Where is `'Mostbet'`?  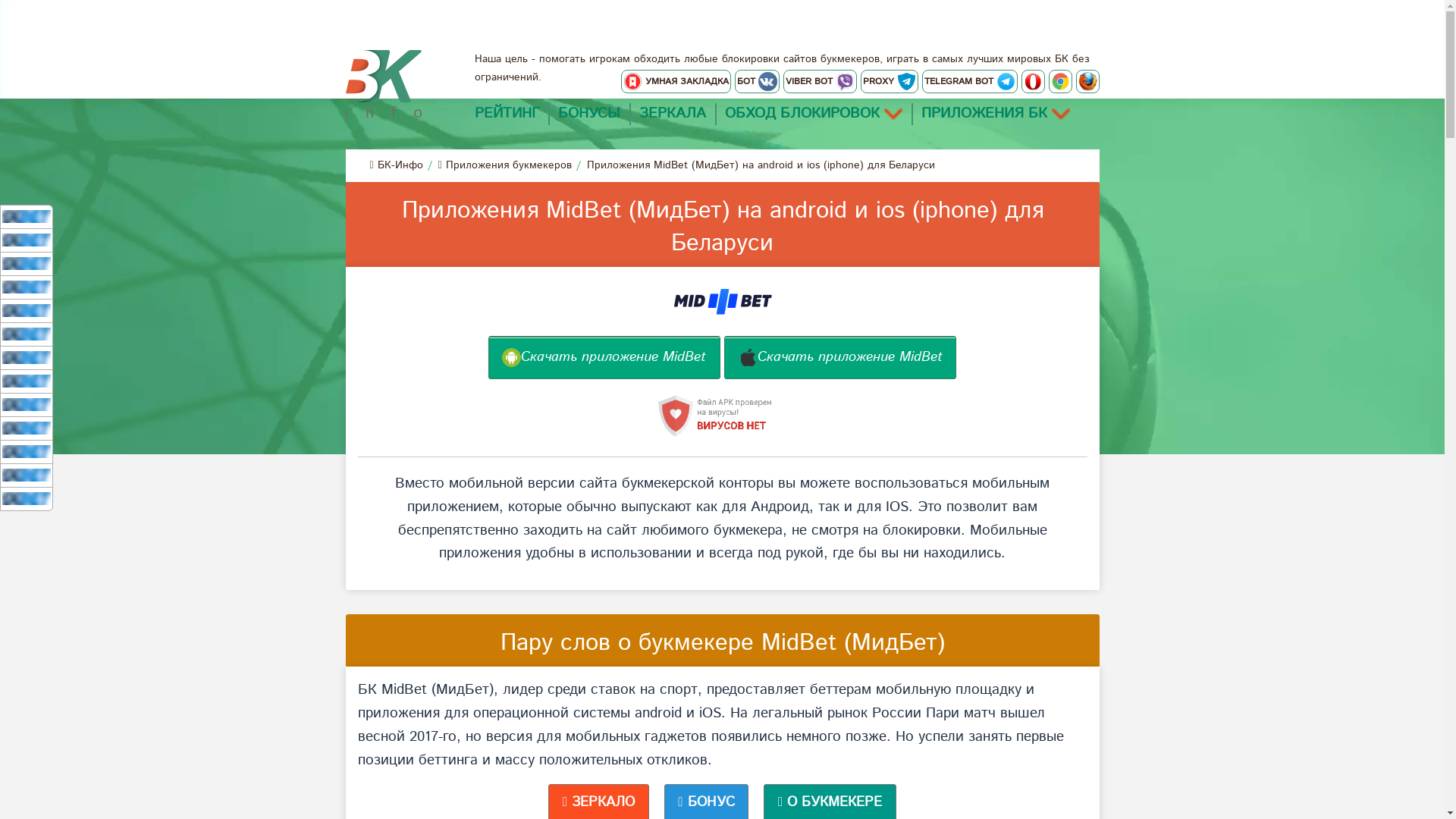
'Mostbet' is located at coordinates (26, 380).